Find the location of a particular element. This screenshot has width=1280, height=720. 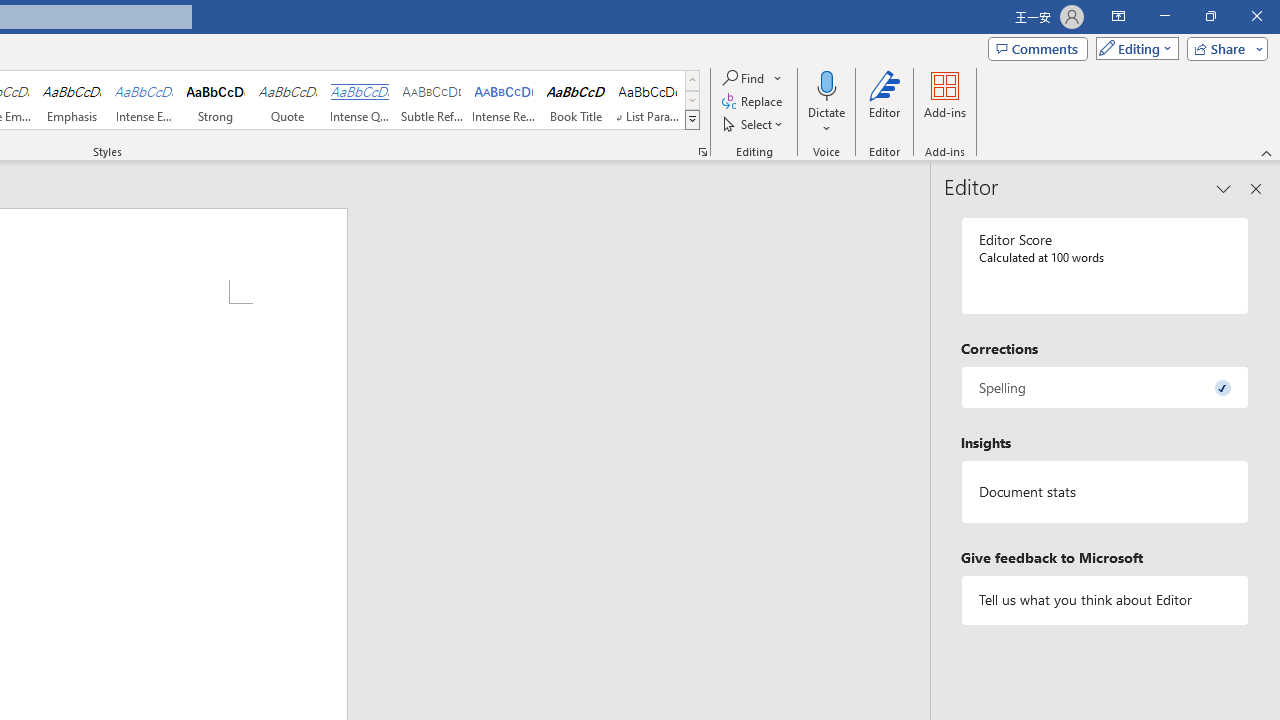

'Book Title' is located at coordinates (575, 100).